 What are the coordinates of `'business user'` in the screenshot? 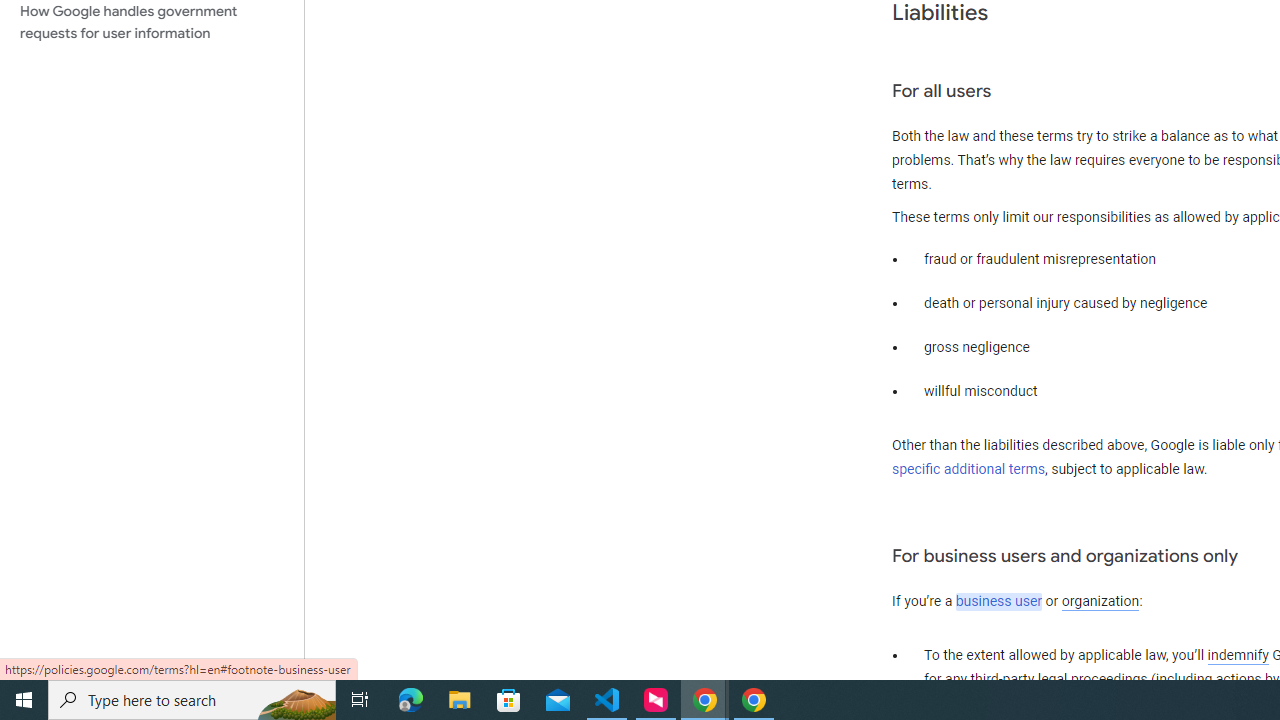 It's located at (999, 601).